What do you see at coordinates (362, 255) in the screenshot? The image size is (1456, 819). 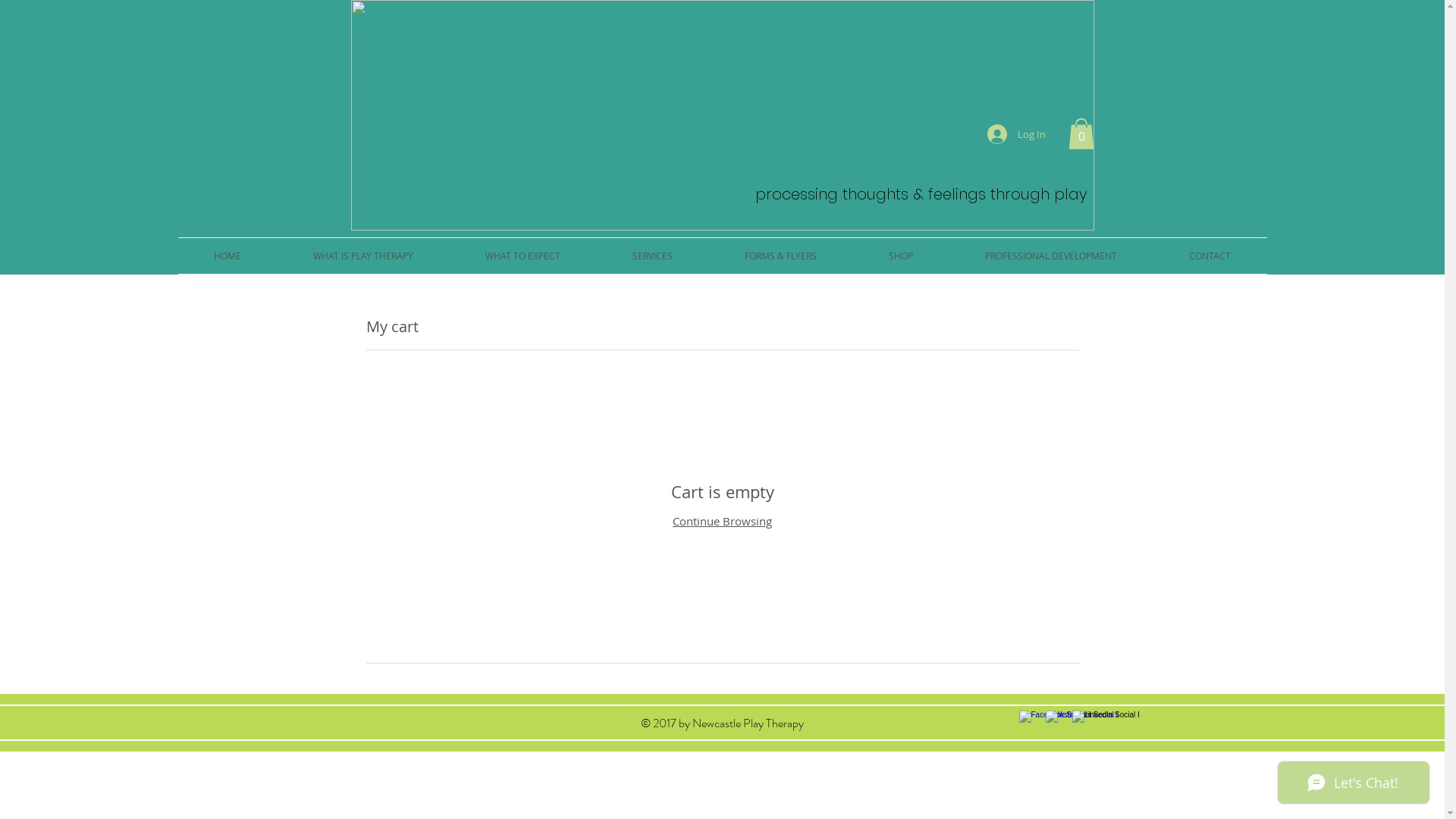 I see `'WHAT IS PLAY THERAPY'` at bounding box center [362, 255].